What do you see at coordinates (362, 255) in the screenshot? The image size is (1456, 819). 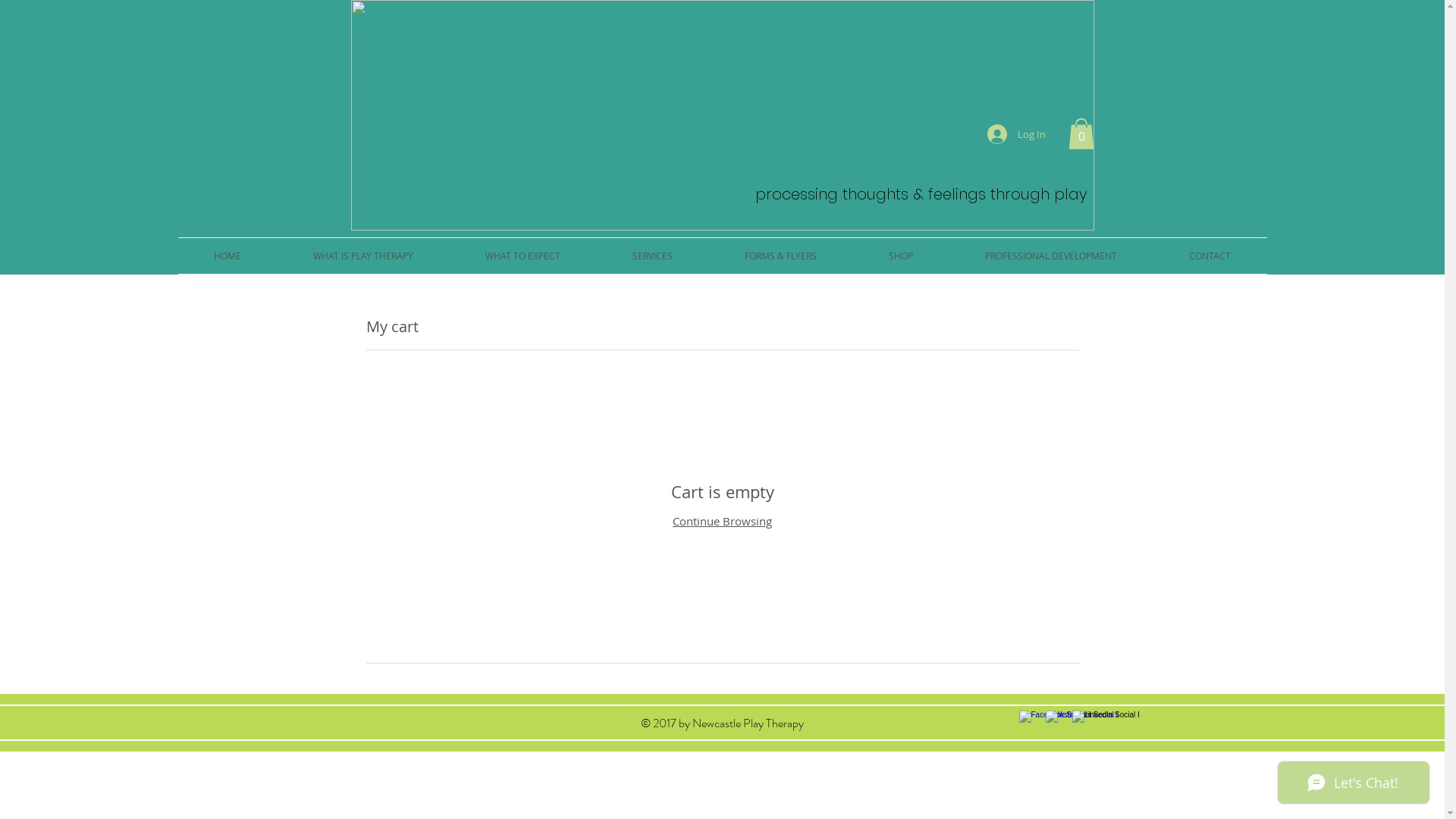 I see `'WHAT IS PLAY THERAPY'` at bounding box center [362, 255].